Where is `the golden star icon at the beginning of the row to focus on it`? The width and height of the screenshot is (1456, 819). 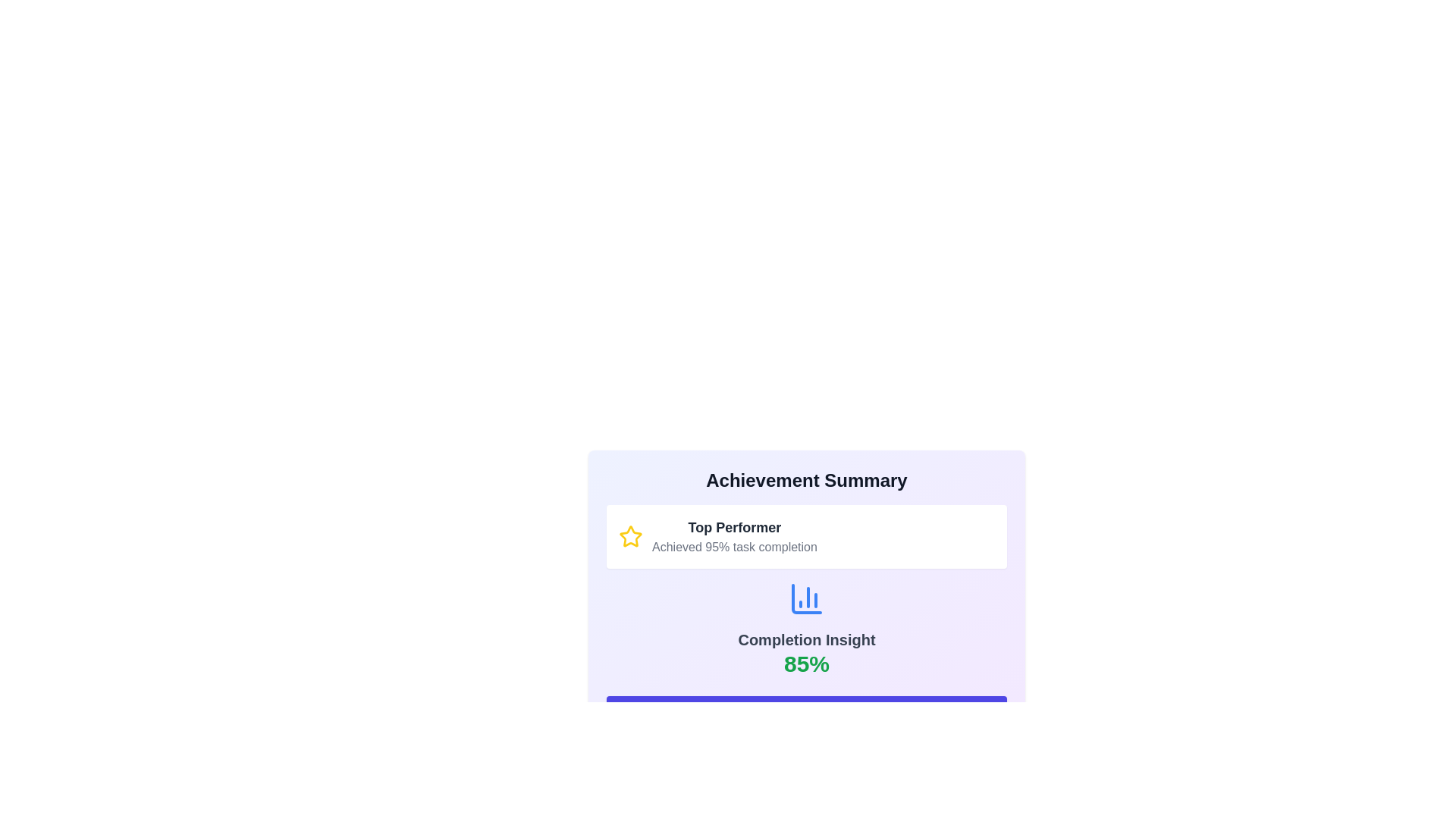
the golden star icon at the beginning of the row to focus on it is located at coordinates (630, 536).